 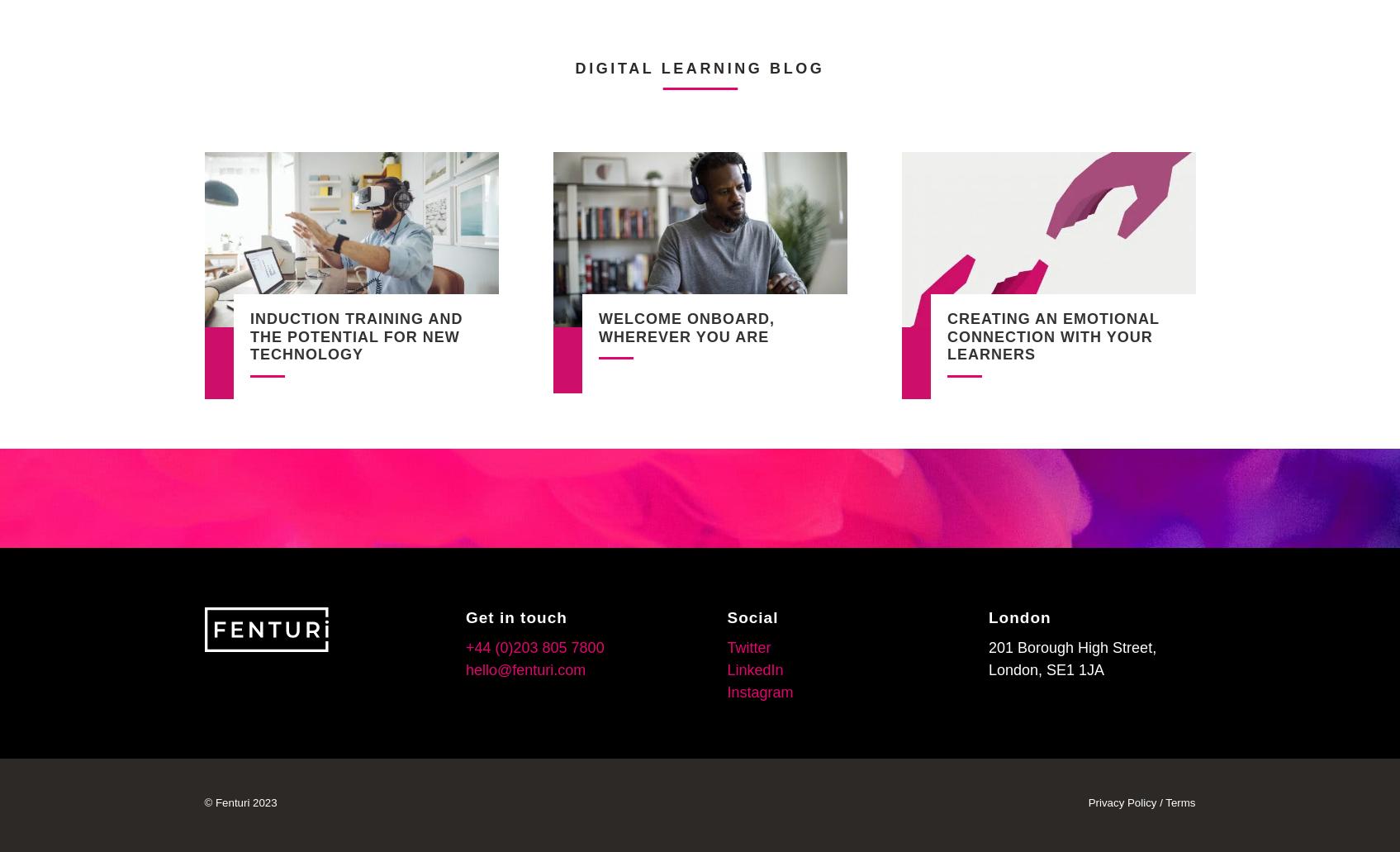 I want to click on 'London', so click(x=1019, y=616).